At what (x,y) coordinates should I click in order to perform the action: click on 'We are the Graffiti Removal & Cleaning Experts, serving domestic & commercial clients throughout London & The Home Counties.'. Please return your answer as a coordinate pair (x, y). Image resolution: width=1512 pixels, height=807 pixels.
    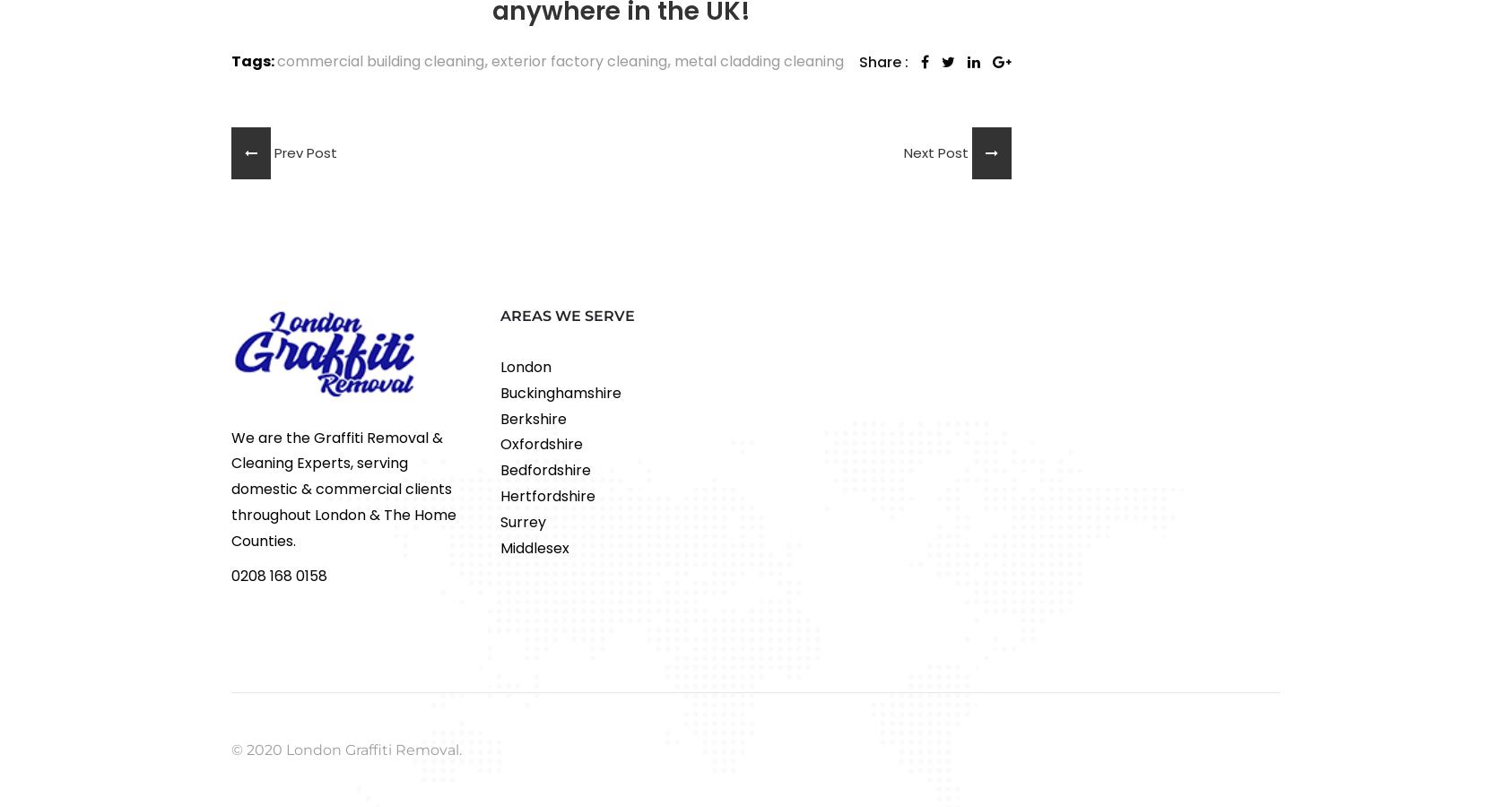
    Looking at the image, I should click on (230, 488).